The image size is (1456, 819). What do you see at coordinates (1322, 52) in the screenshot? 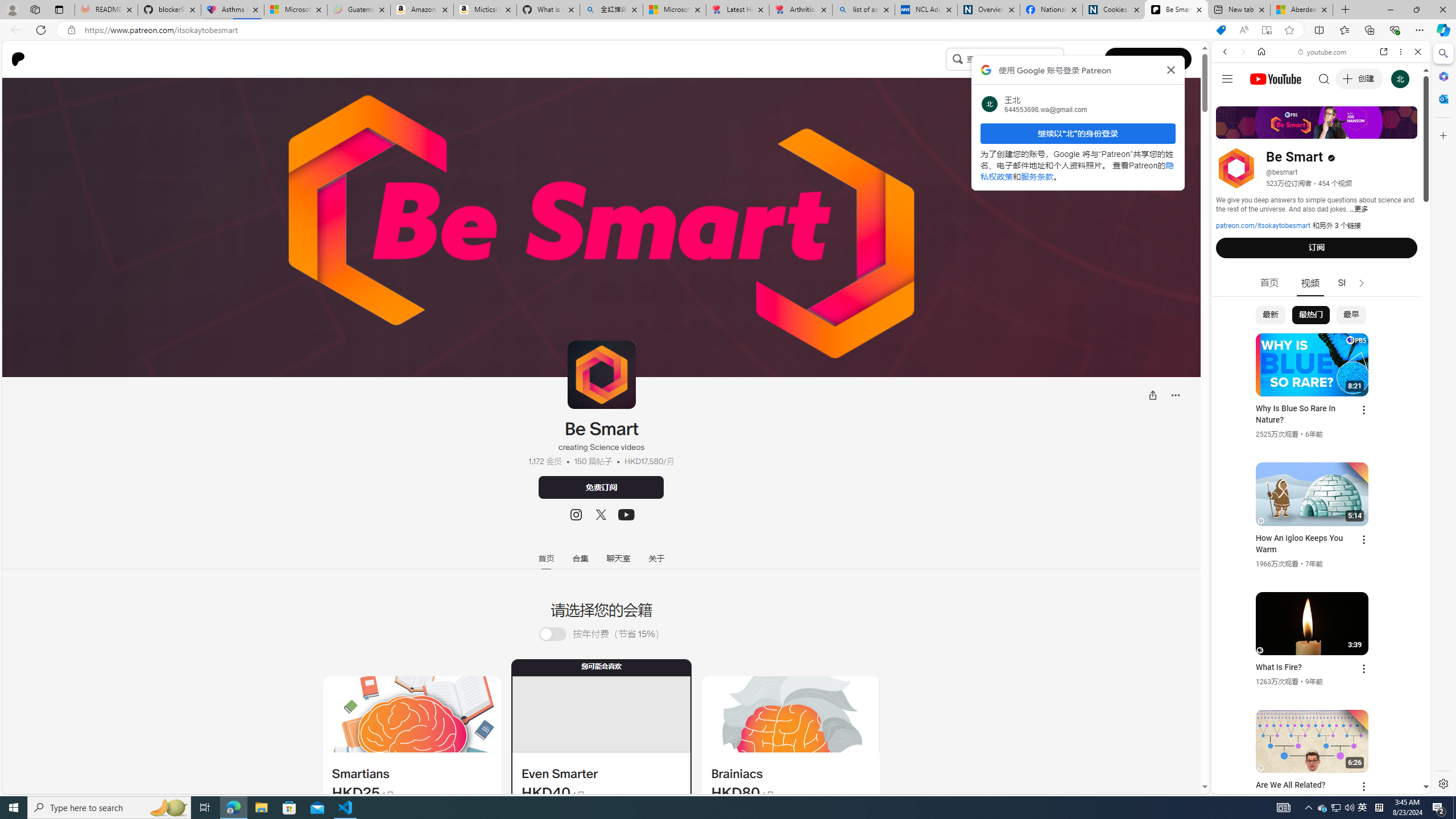
I see `'youtube.com'` at bounding box center [1322, 52].